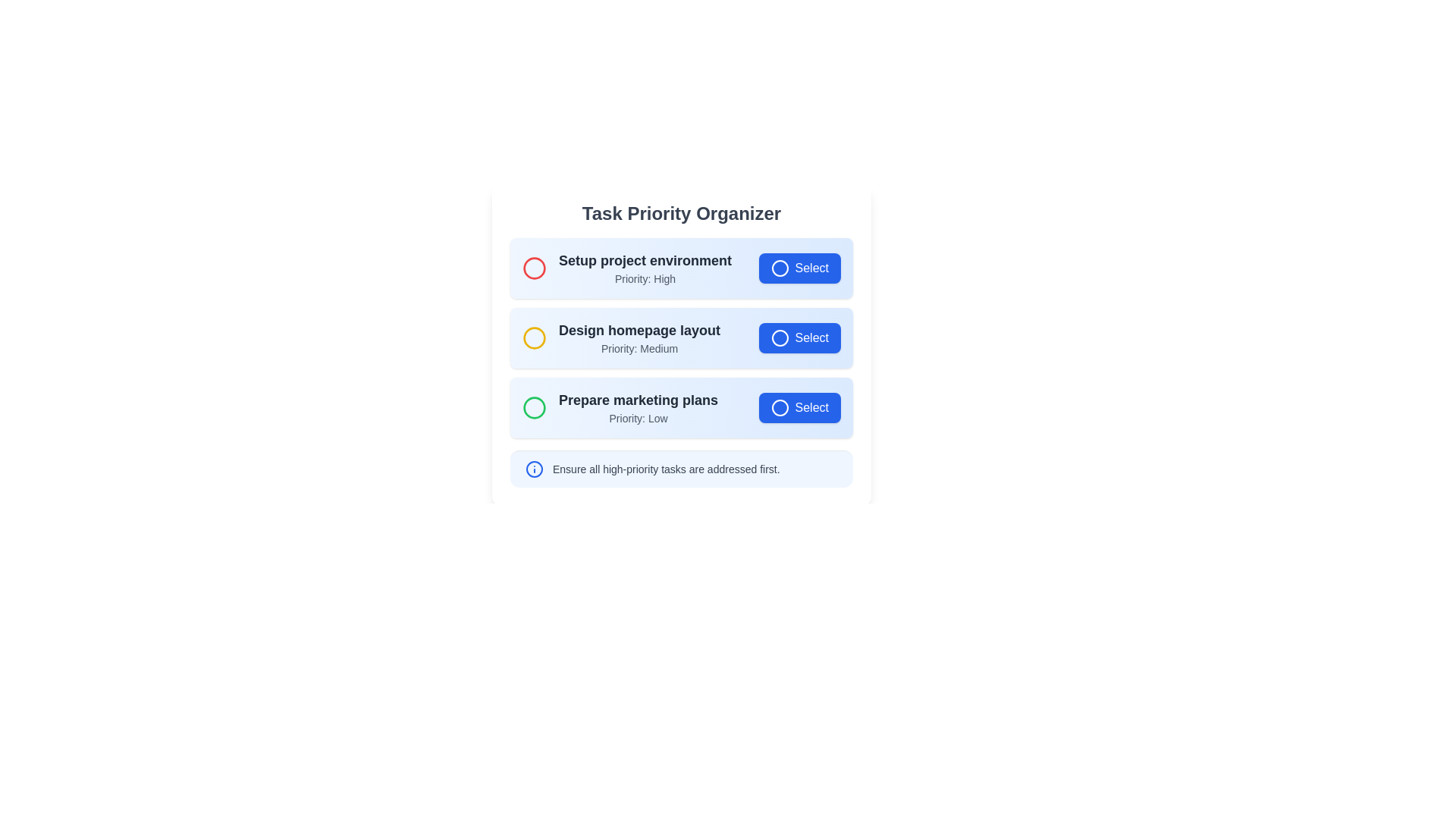 Image resolution: width=1456 pixels, height=819 pixels. Describe the element at coordinates (780, 268) in the screenshot. I see `the Circle SVG icon located on the rightmost edge of the 'Select' button in the first row under 'Setup project environment - Priority: High' to interact with it` at that location.